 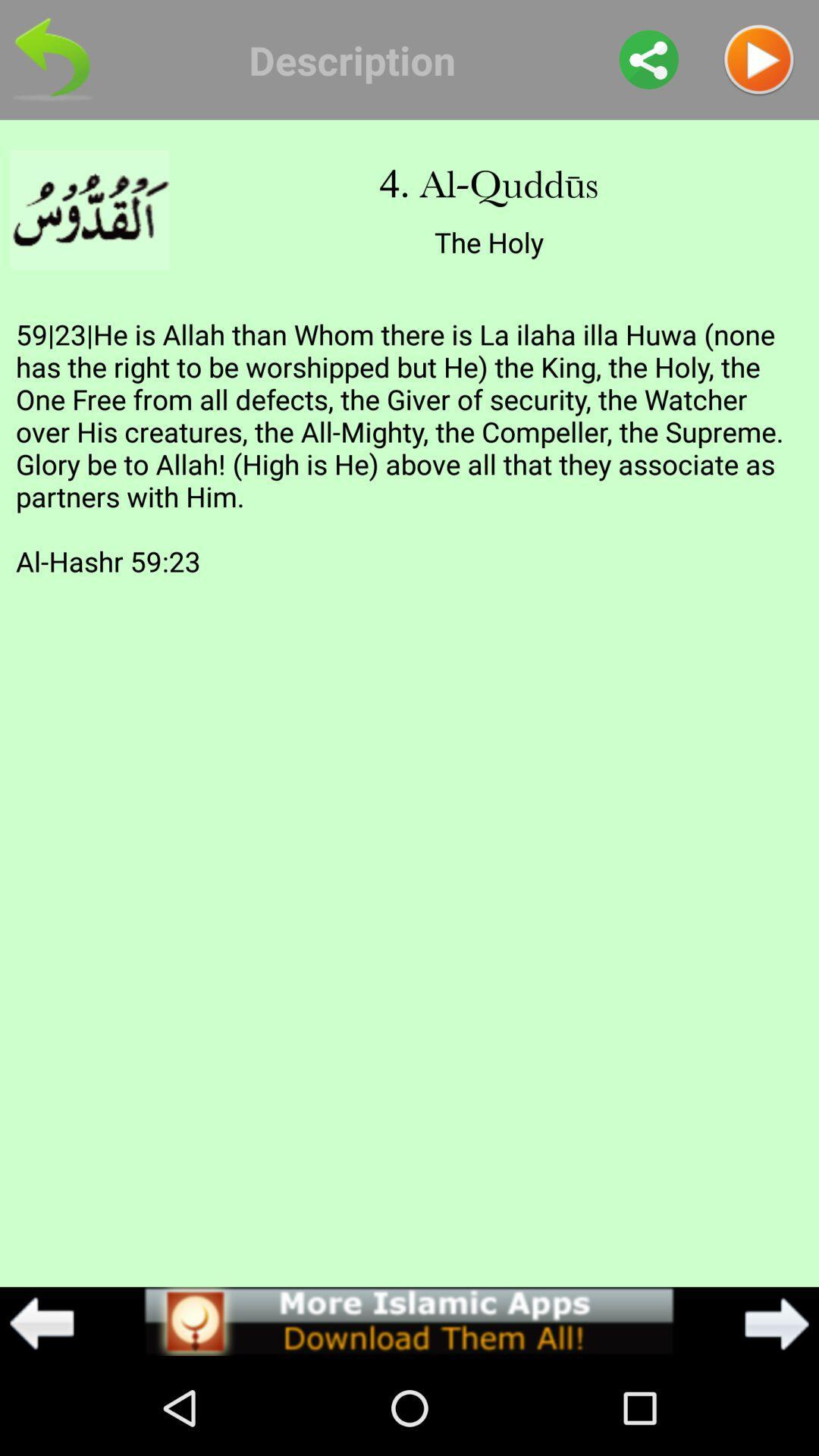 I want to click on the icon below the 59 23 he, so click(x=408, y=1320).